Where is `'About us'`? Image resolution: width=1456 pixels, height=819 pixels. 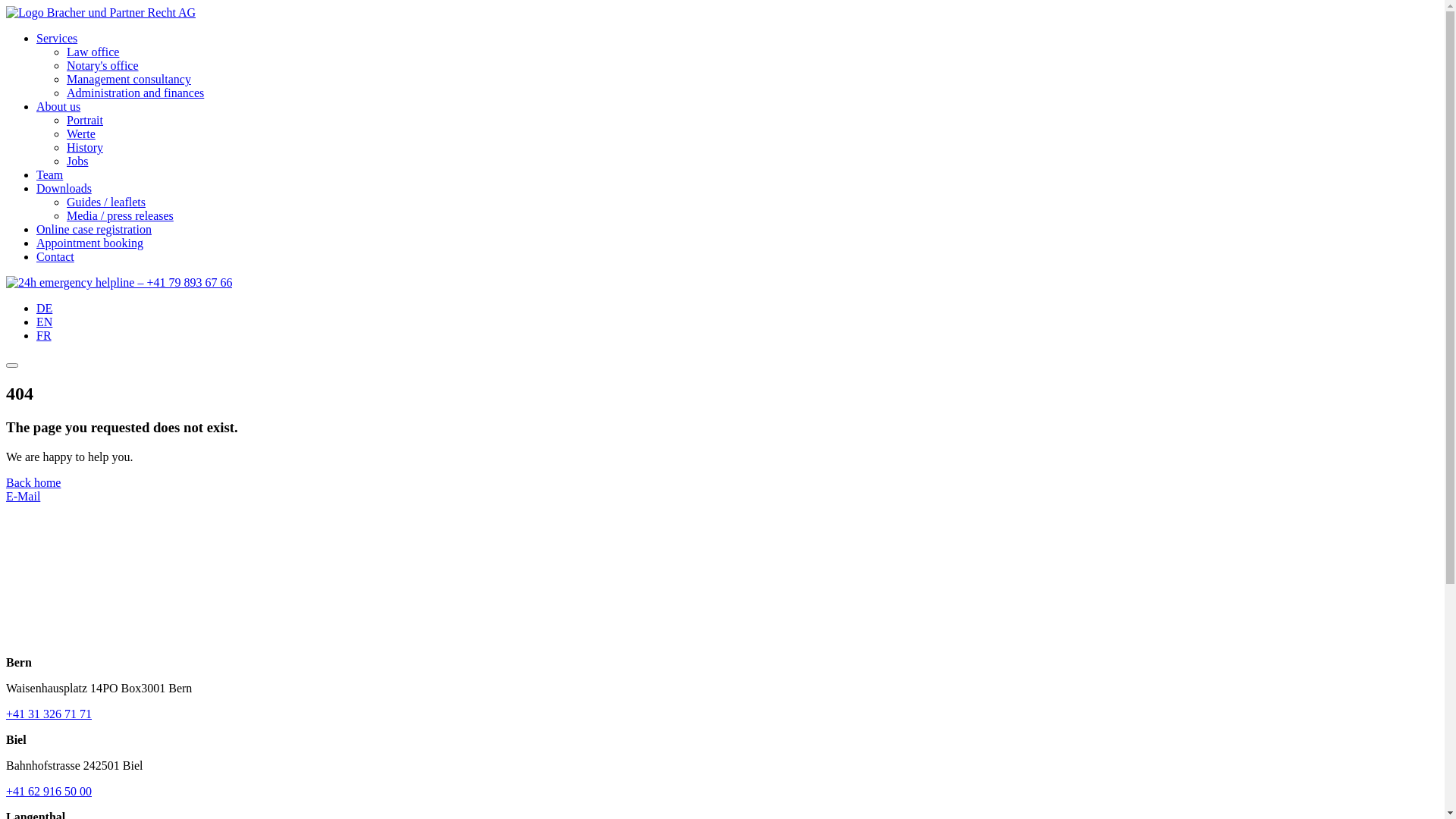 'About us' is located at coordinates (58, 105).